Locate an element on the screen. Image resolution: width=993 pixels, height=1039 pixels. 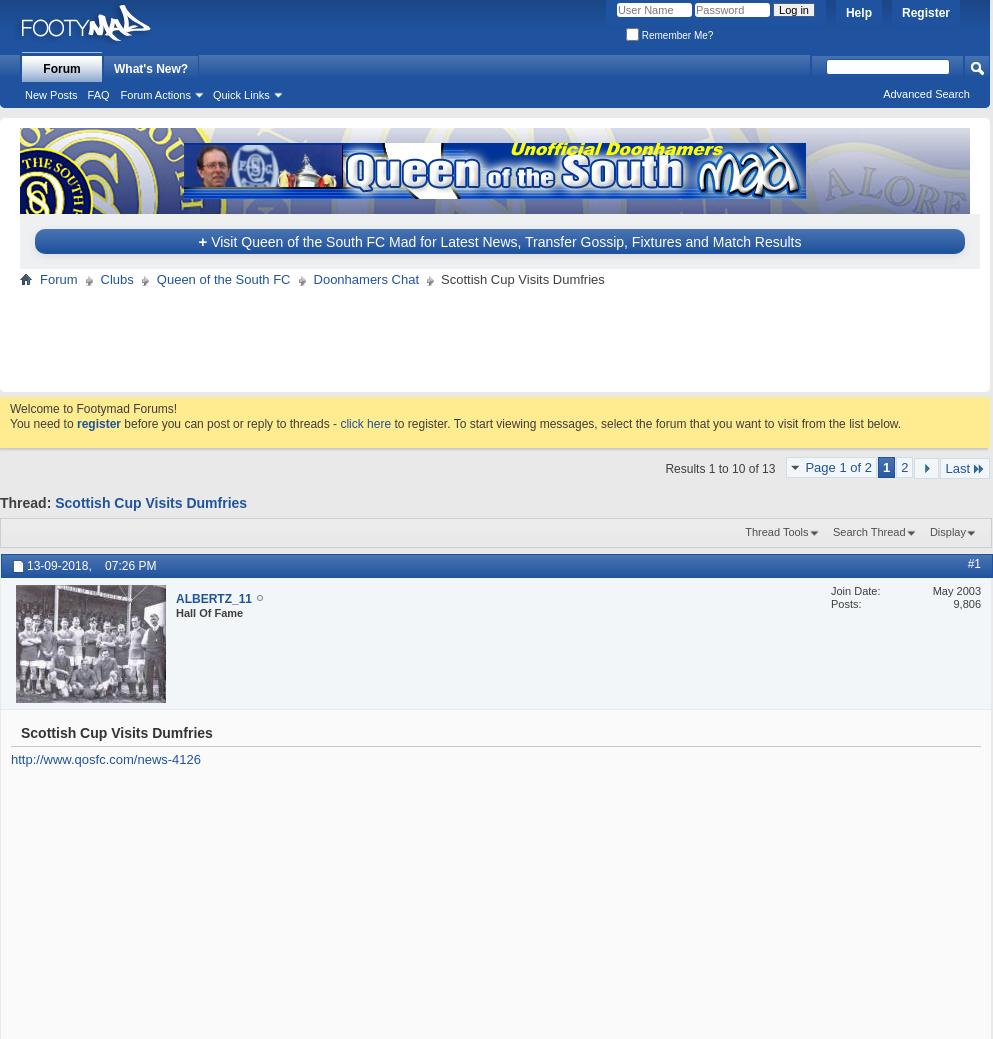
'2' is located at coordinates (904, 466).